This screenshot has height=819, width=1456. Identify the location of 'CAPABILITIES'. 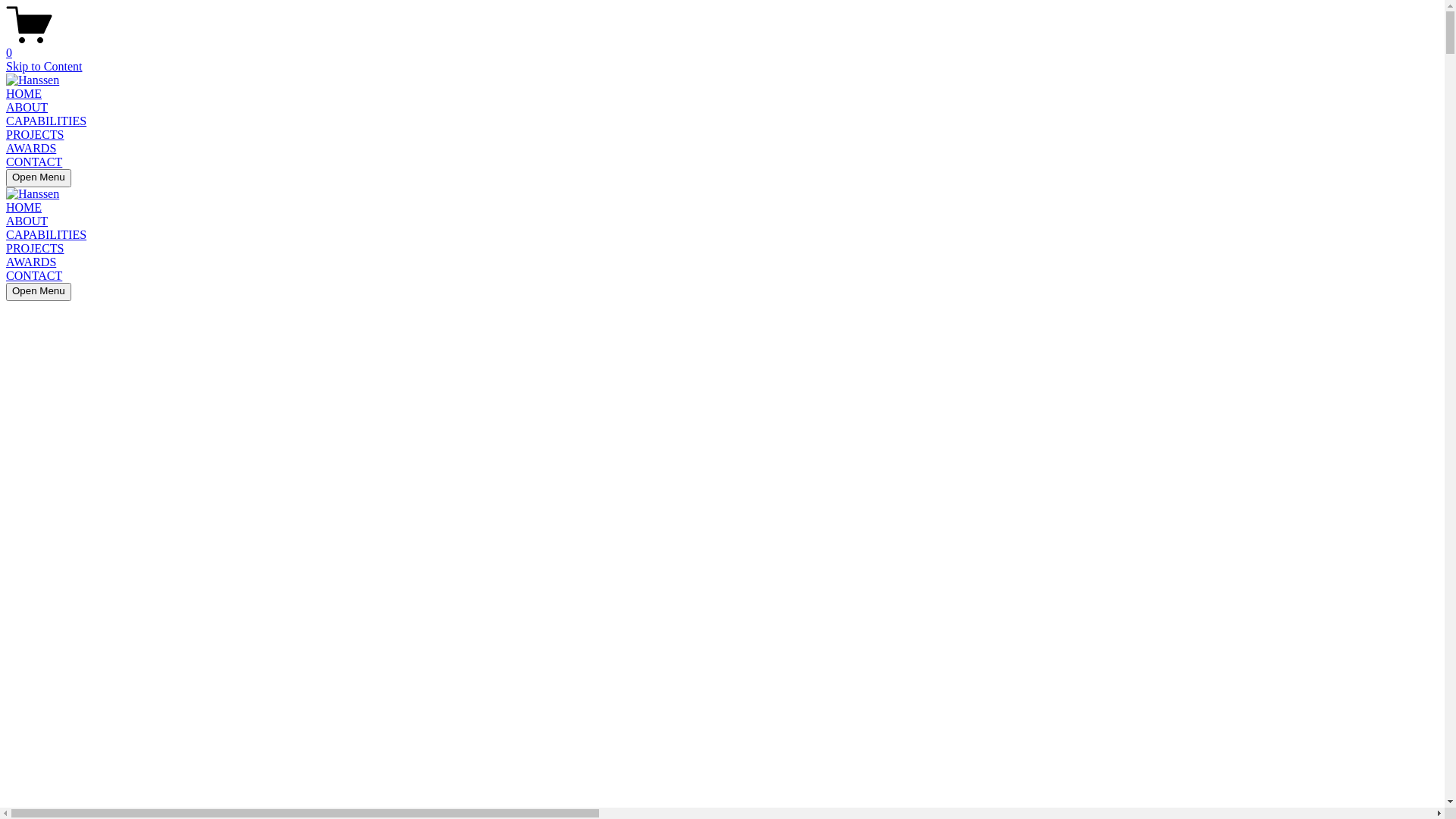
(46, 234).